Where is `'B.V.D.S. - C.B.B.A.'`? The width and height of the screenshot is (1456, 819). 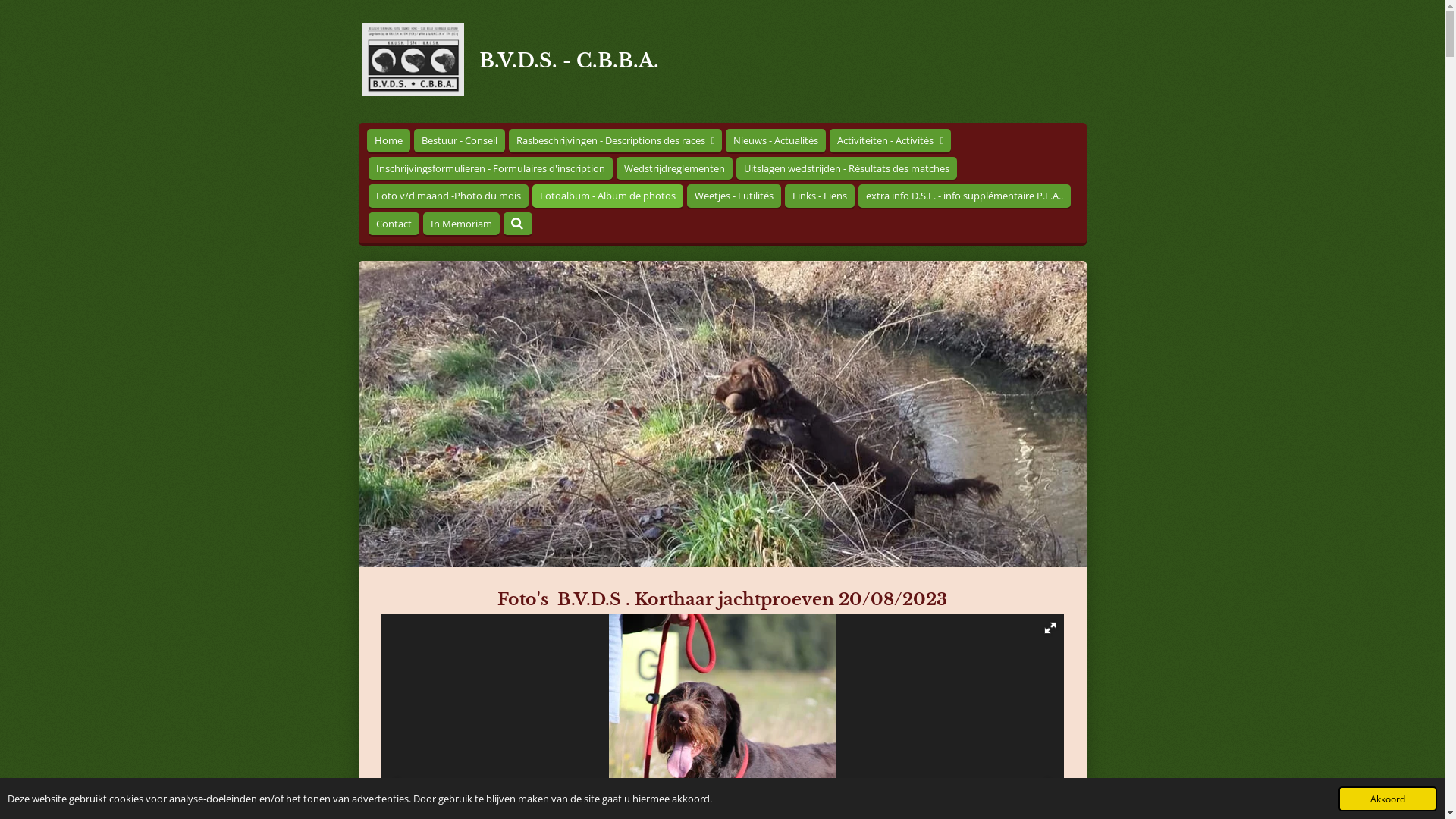
'B.V.D.S. - C.B.B.A.' is located at coordinates (568, 59).